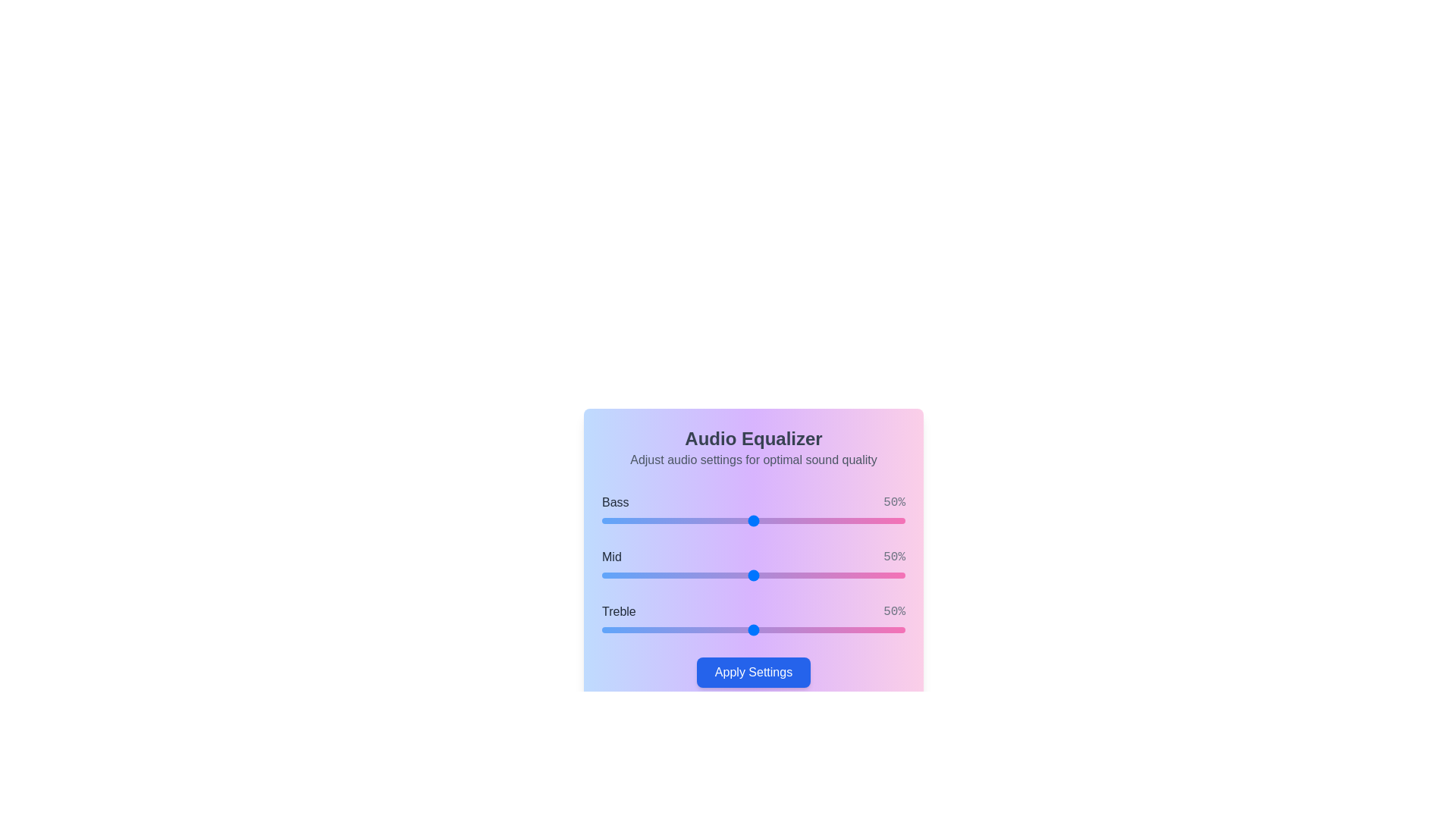 This screenshot has height=819, width=1456. Describe the element at coordinates (604, 519) in the screenshot. I see `the 0 slider to 1%` at that location.